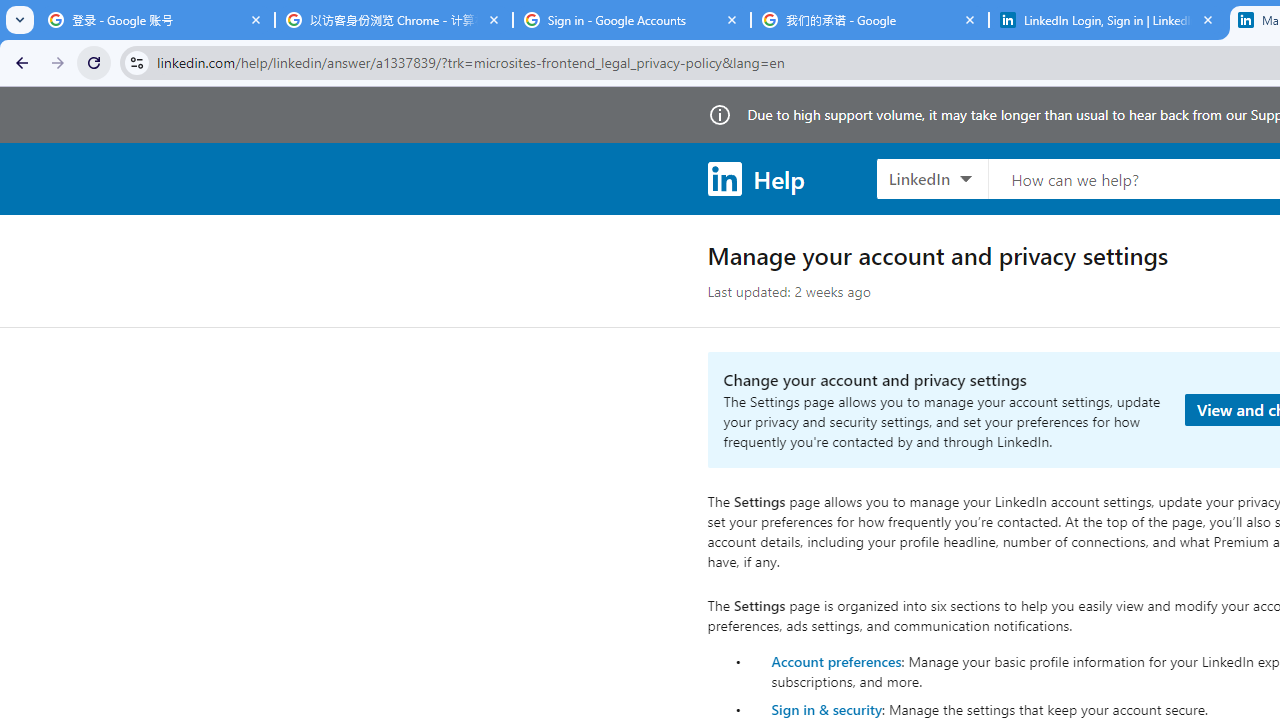 This screenshot has height=720, width=1280. What do you see at coordinates (631, 20) in the screenshot?
I see `'Sign in - Google Accounts'` at bounding box center [631, 20].